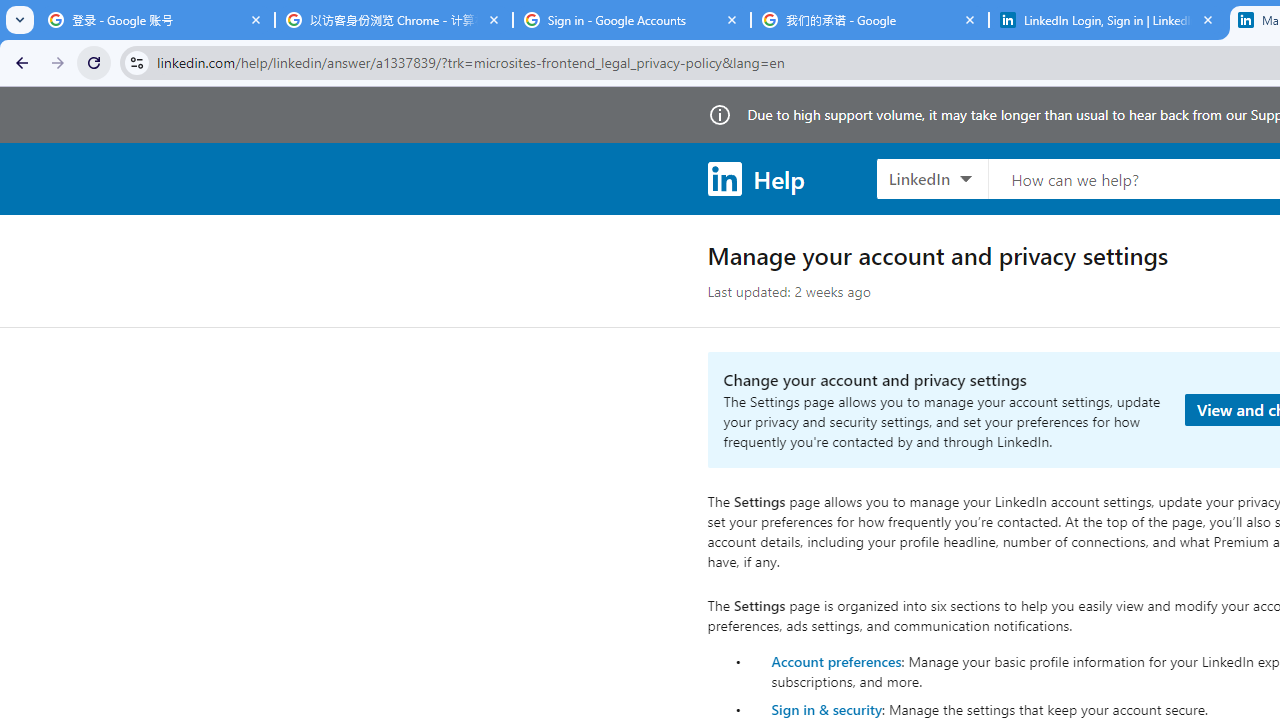 This screenshot has height=720, width=1280. What do you see at coordinates (631, 20) in the screenshot?
I see `'Sign in - Google Accounts'` at bounding box center [631, 20].